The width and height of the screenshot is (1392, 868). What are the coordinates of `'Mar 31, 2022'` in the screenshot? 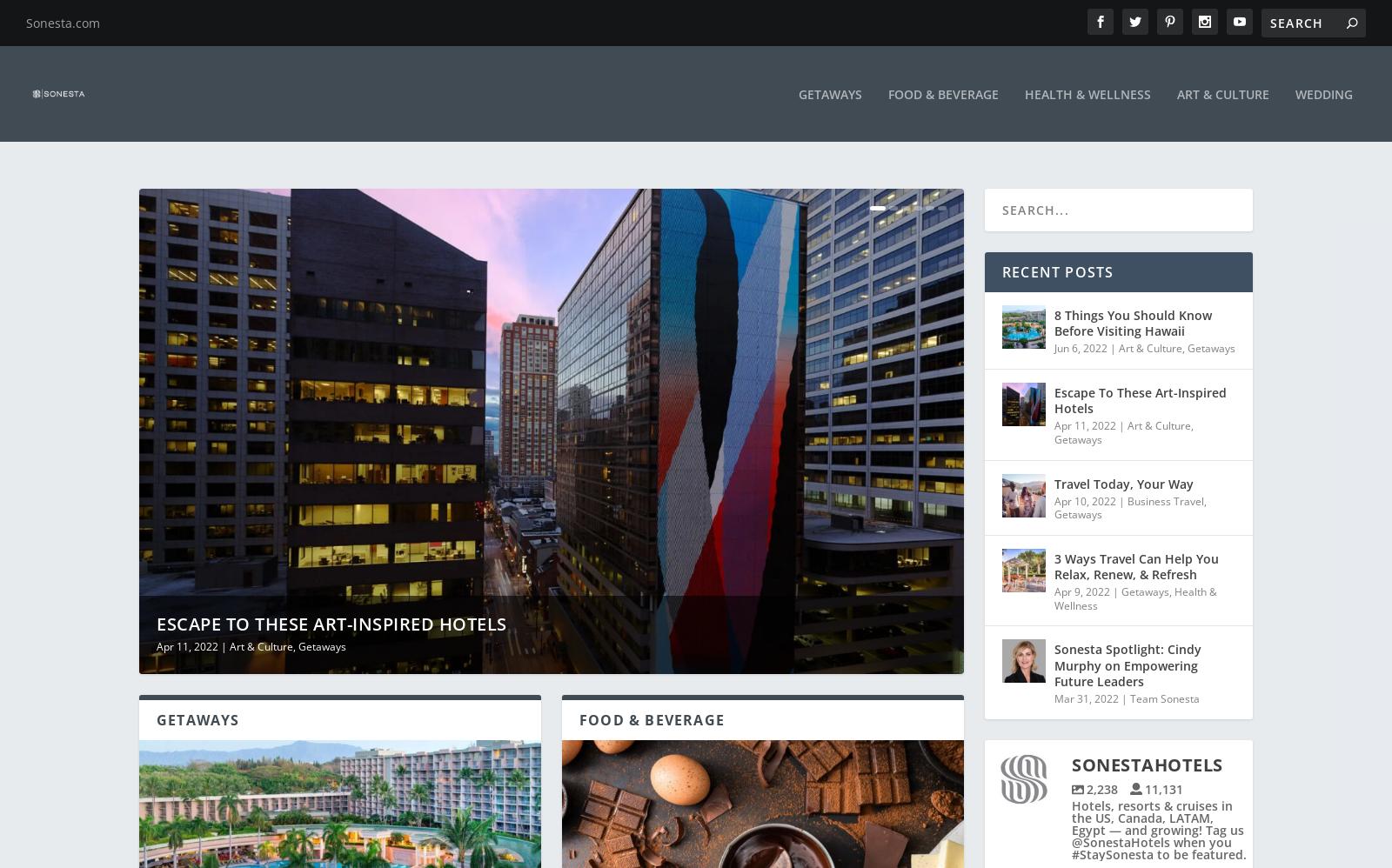 It's located at (1085, 685).